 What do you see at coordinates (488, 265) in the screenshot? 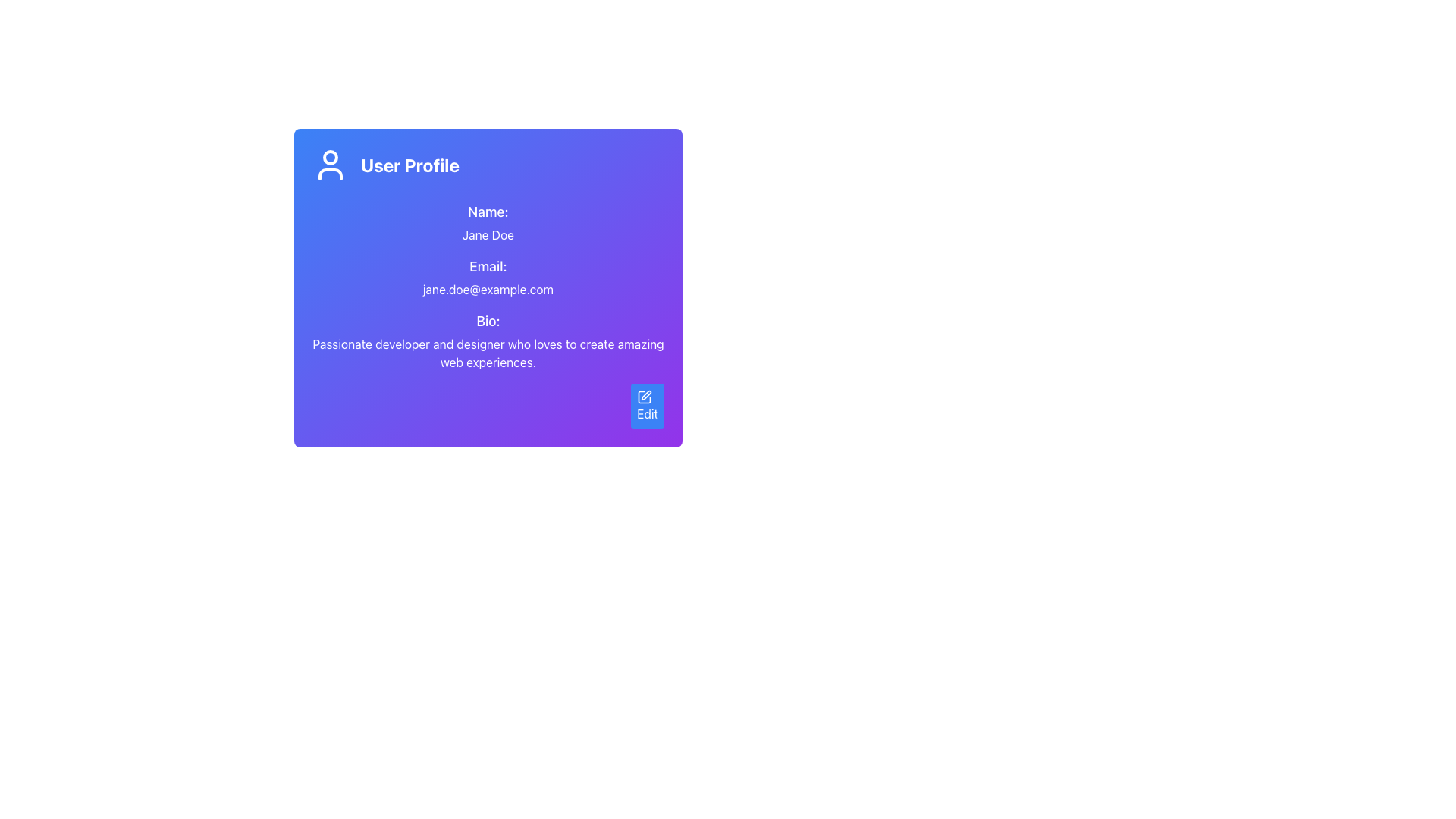
I see `text label indicating the type of data shown for the email address, positioned below the 'Name:' field and above 'jane.doe@example.com'` at bounding box center [488, 265].